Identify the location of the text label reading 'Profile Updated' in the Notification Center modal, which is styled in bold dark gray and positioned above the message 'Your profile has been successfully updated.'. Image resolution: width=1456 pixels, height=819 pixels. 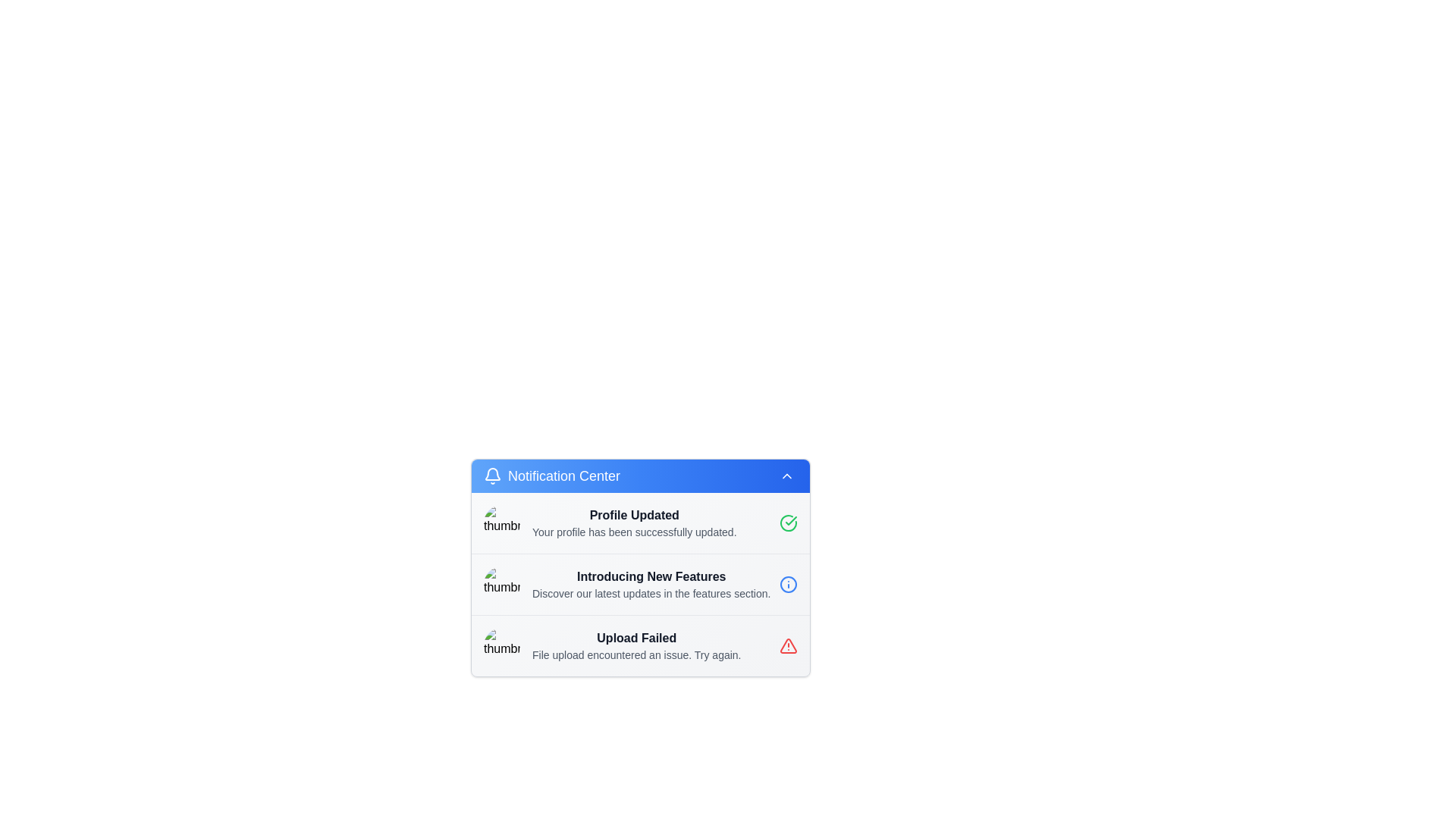
(634, 514).